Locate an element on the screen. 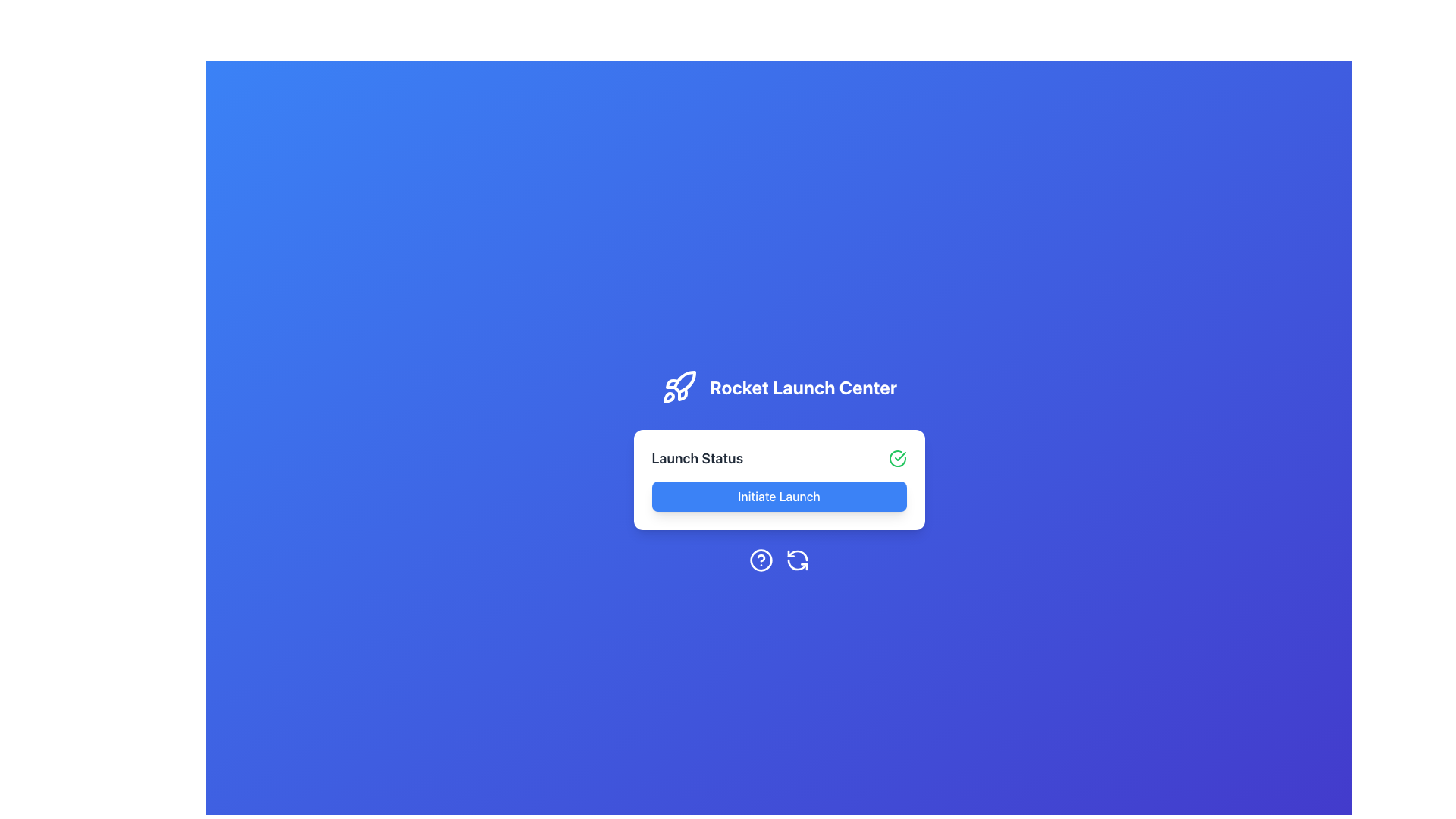 Image resolution: width=1456 pixels, height=819 pixels. the 'Launch Status' text element, which is styled with a bold and larger font, positioned within a white rounded rectangular card with shadow effects against a gradient blue background is located at coordinates (696, 458).